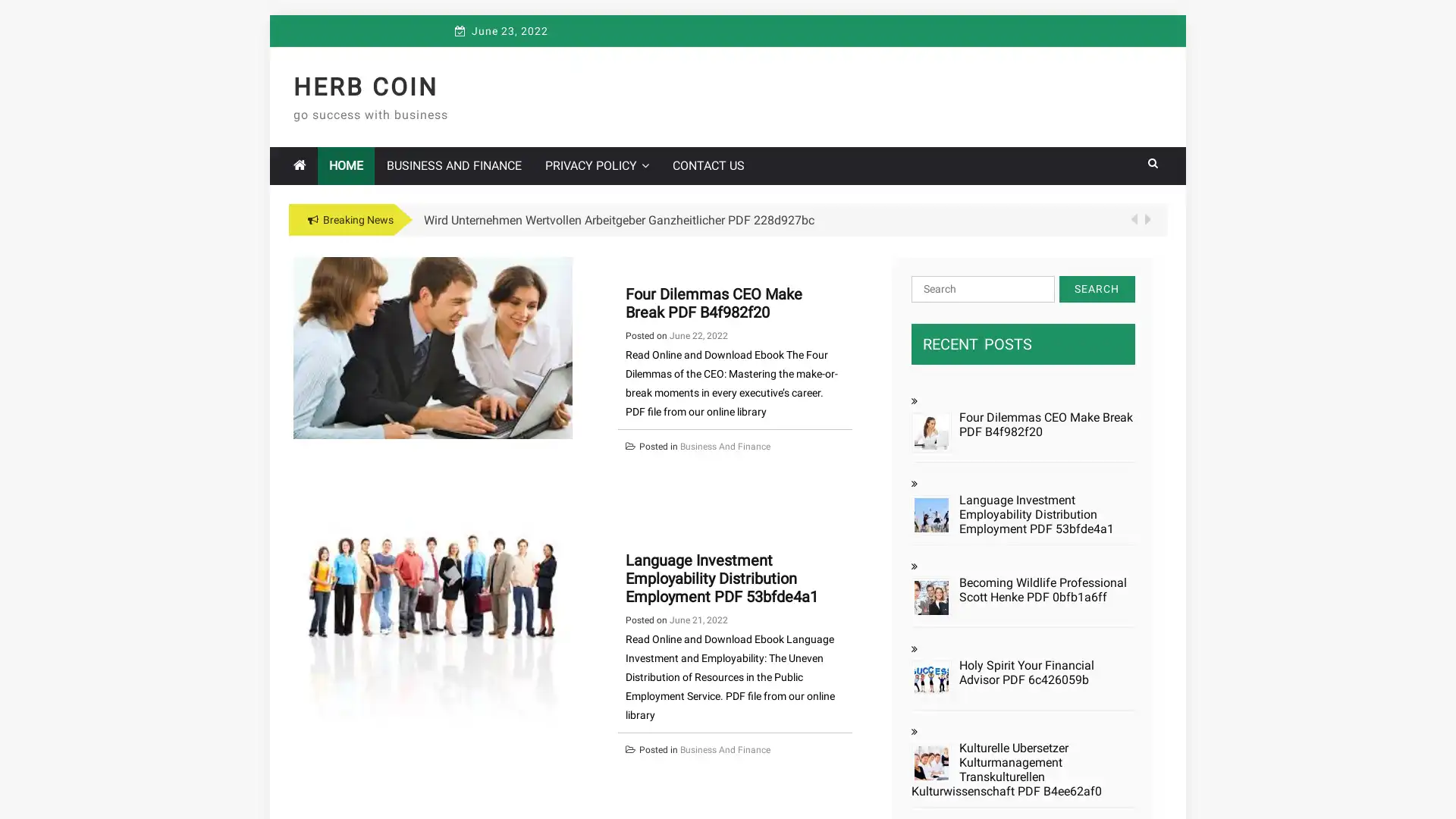  I want to click on Search, so click(1096, 288).